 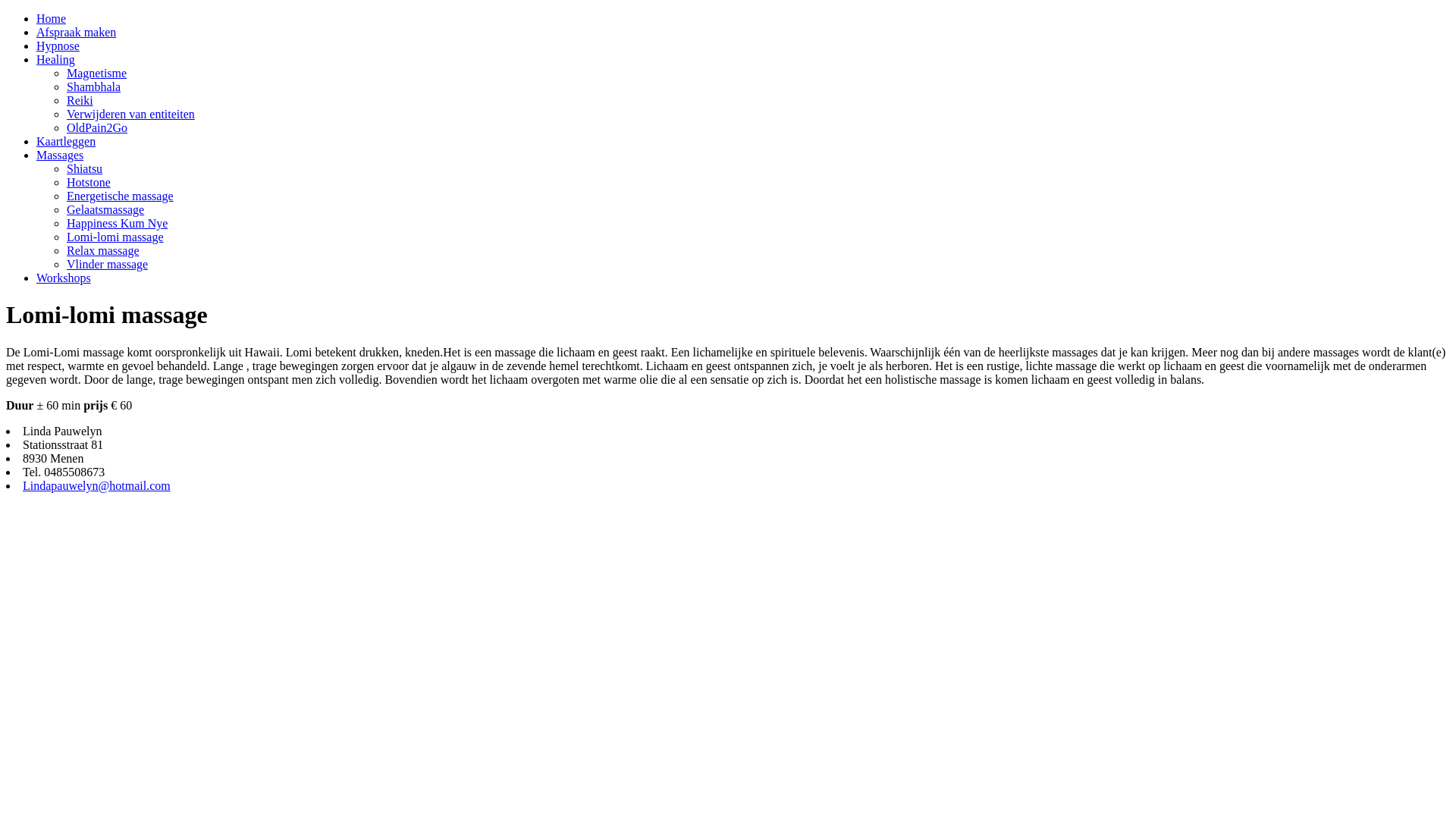 What do you see at coordinates (93, 86) in the screenshot?
I see `'Shambhala'` at bounding box center [93, 86].